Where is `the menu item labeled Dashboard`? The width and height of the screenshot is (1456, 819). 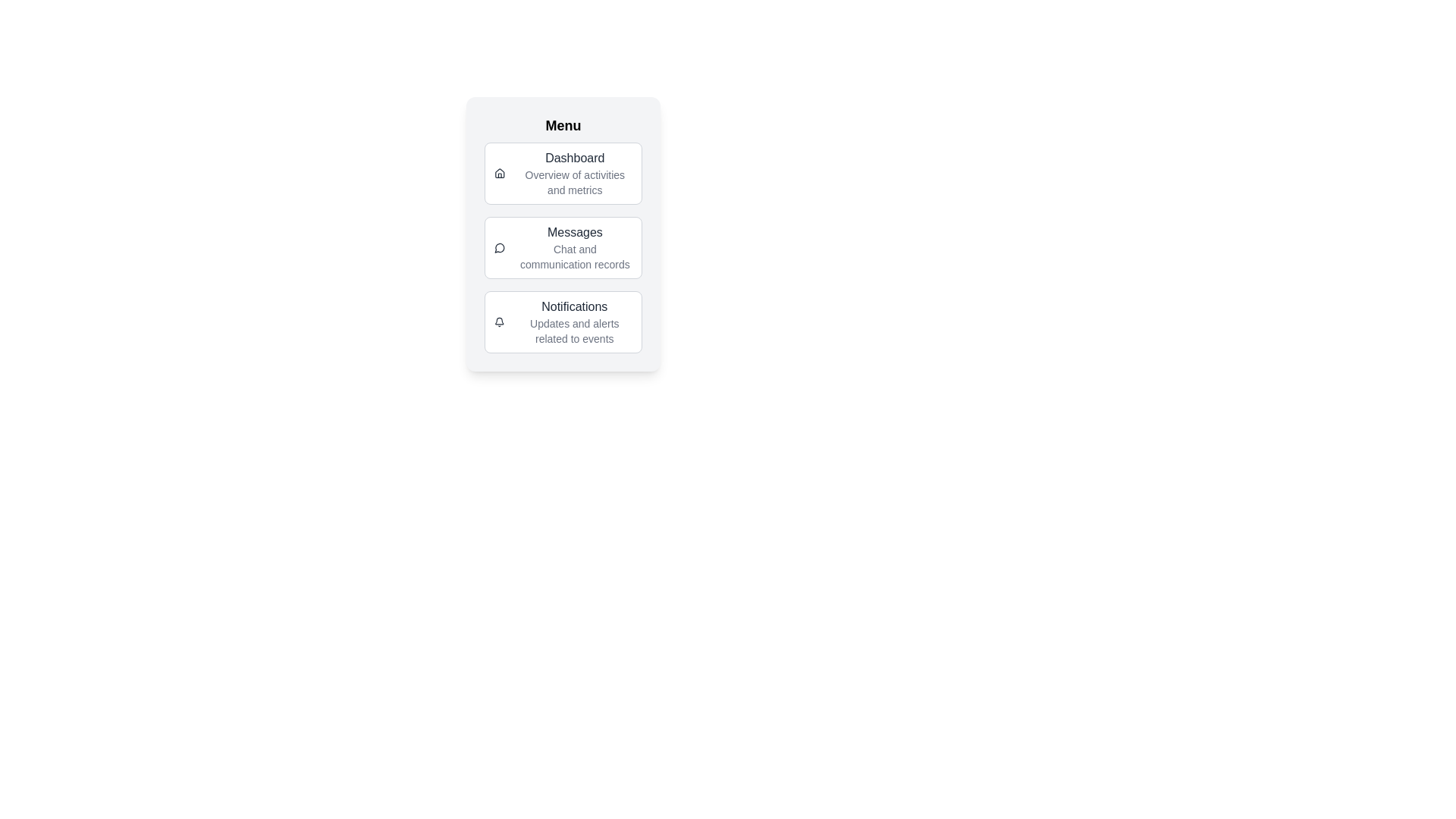
the menu item labeled Dashboard is located at coordinates (563, 172).